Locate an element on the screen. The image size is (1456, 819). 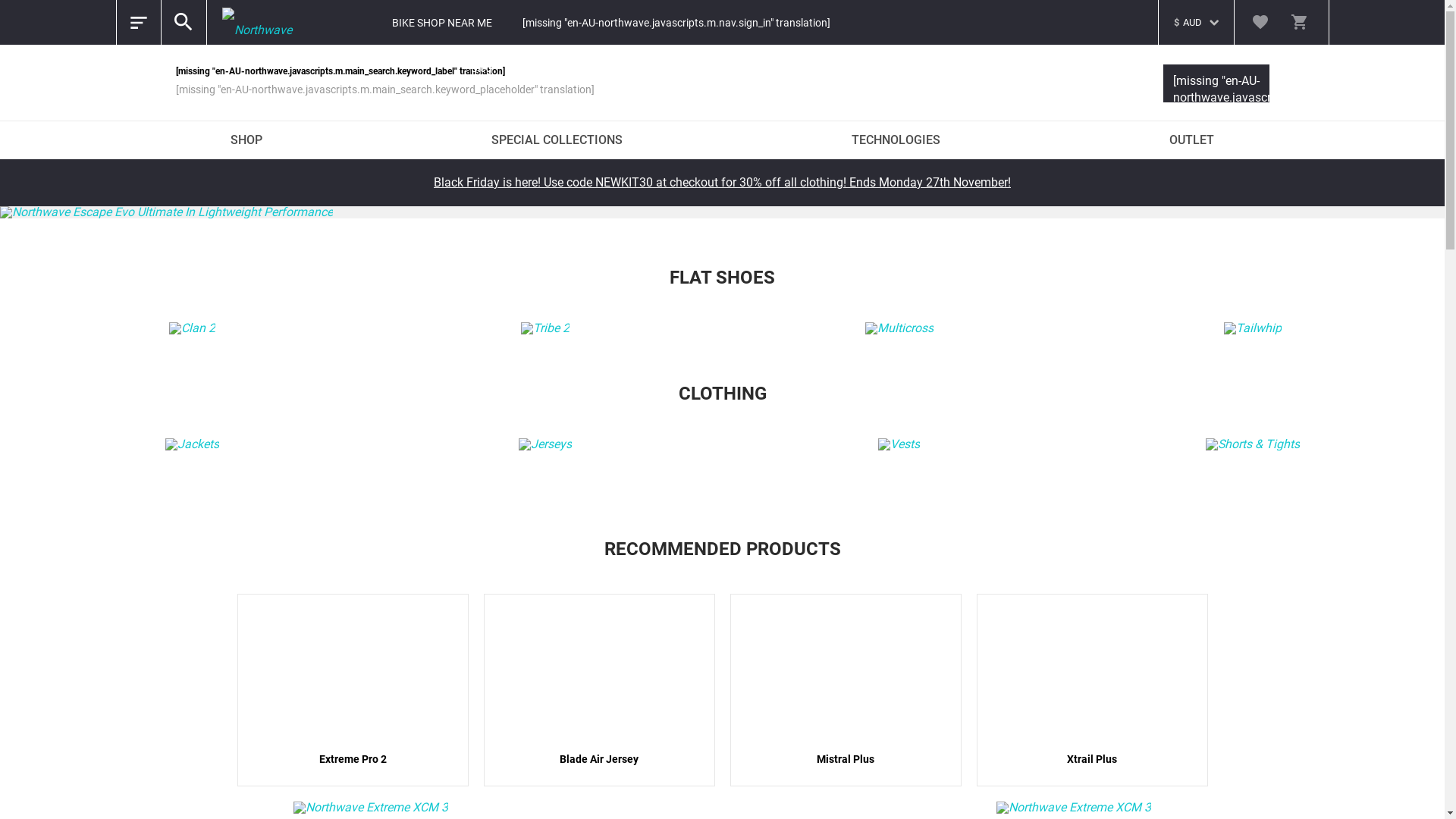
'OUTLET' is located at coordinates (1191, 140).